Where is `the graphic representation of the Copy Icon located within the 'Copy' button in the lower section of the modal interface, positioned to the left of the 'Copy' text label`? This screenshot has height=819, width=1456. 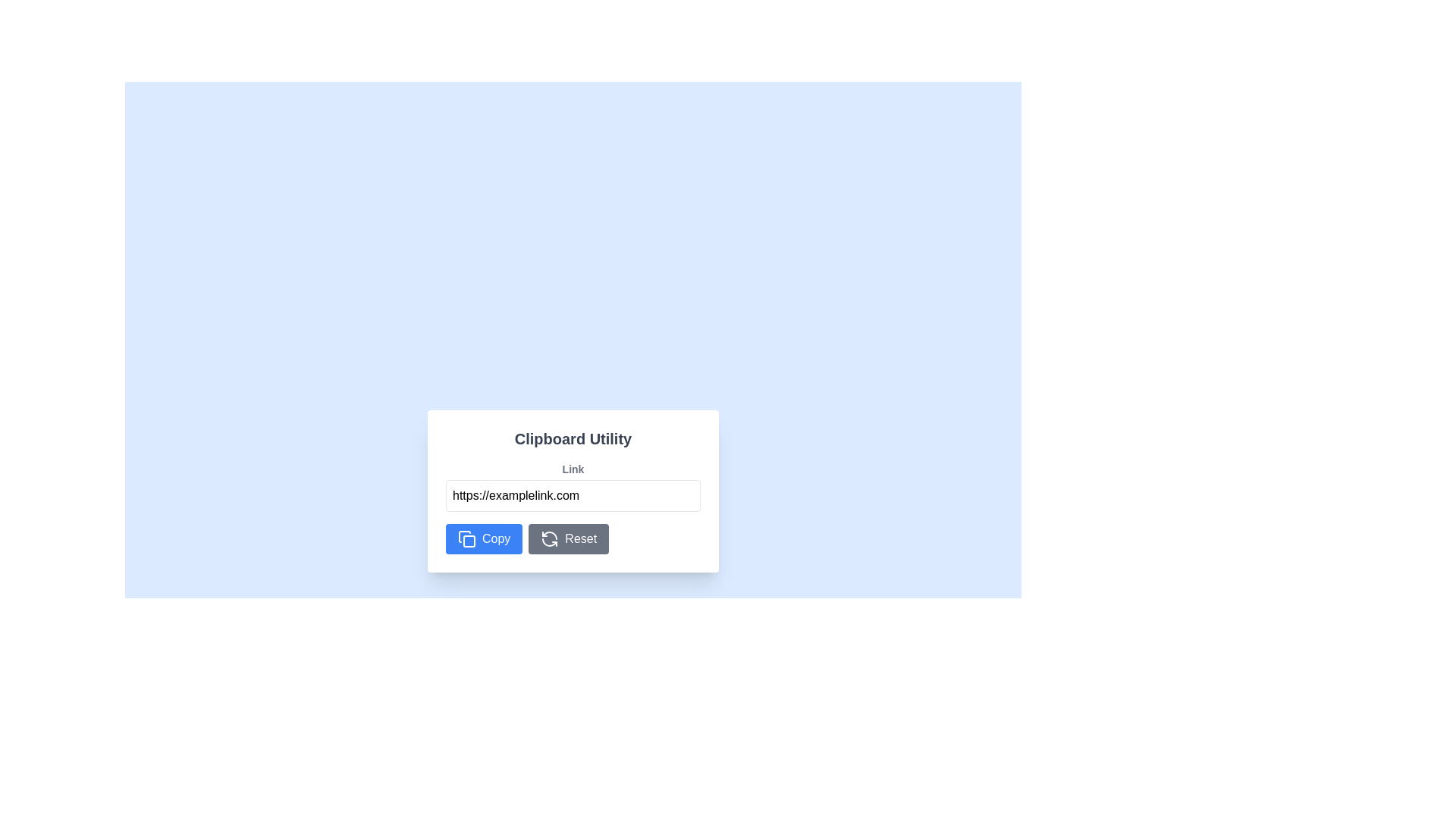 the graphic representation of the Copy Icon located within the 'Copy' button in the lower section of the modal interface, positioned to the left of the 'Copy' text label is located at coordinates (464, 536).